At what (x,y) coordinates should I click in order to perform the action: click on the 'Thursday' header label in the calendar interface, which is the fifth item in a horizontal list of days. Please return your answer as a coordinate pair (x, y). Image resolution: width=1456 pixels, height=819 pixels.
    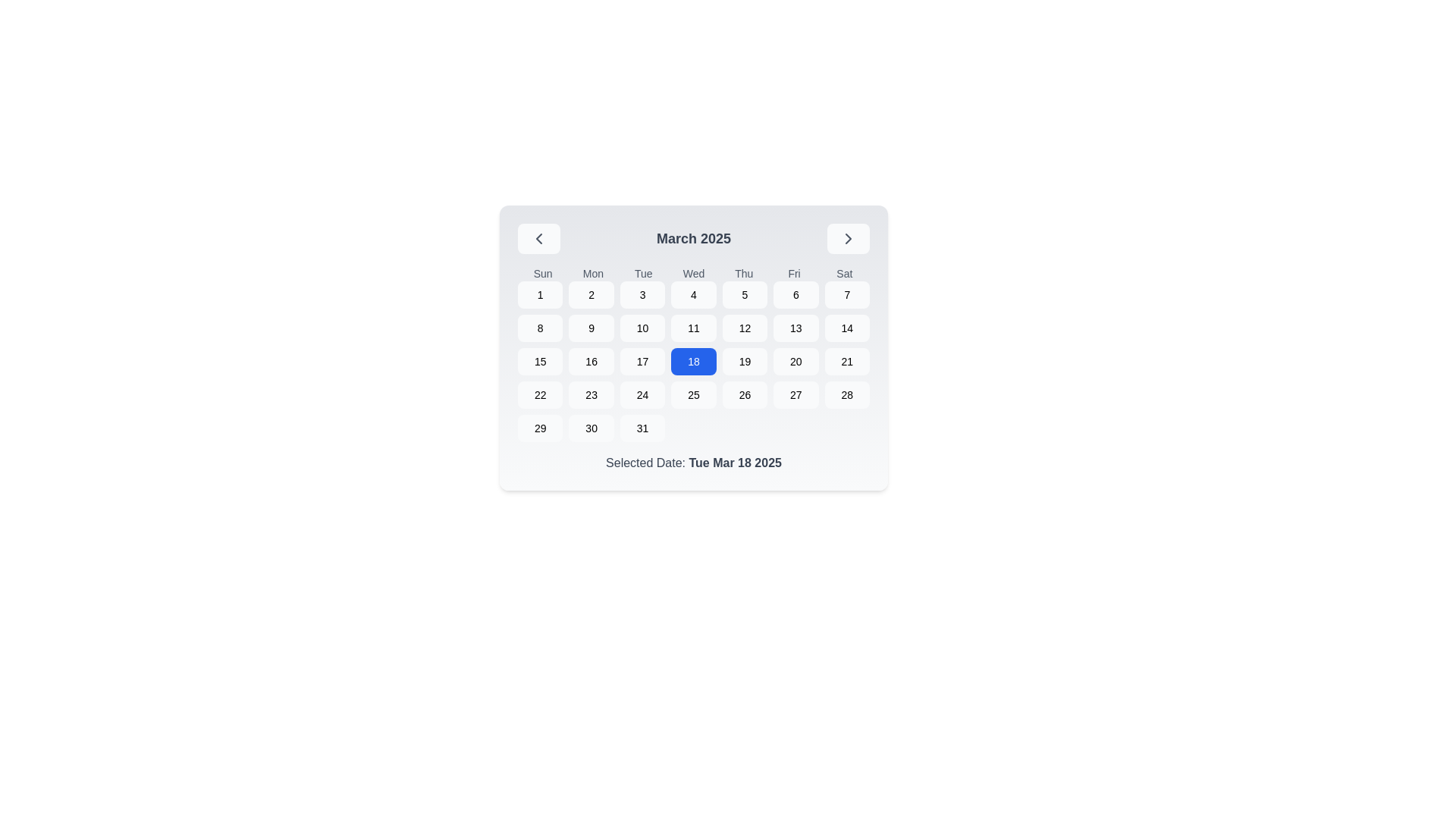
    Looking at the image, I should click on (744, 274).